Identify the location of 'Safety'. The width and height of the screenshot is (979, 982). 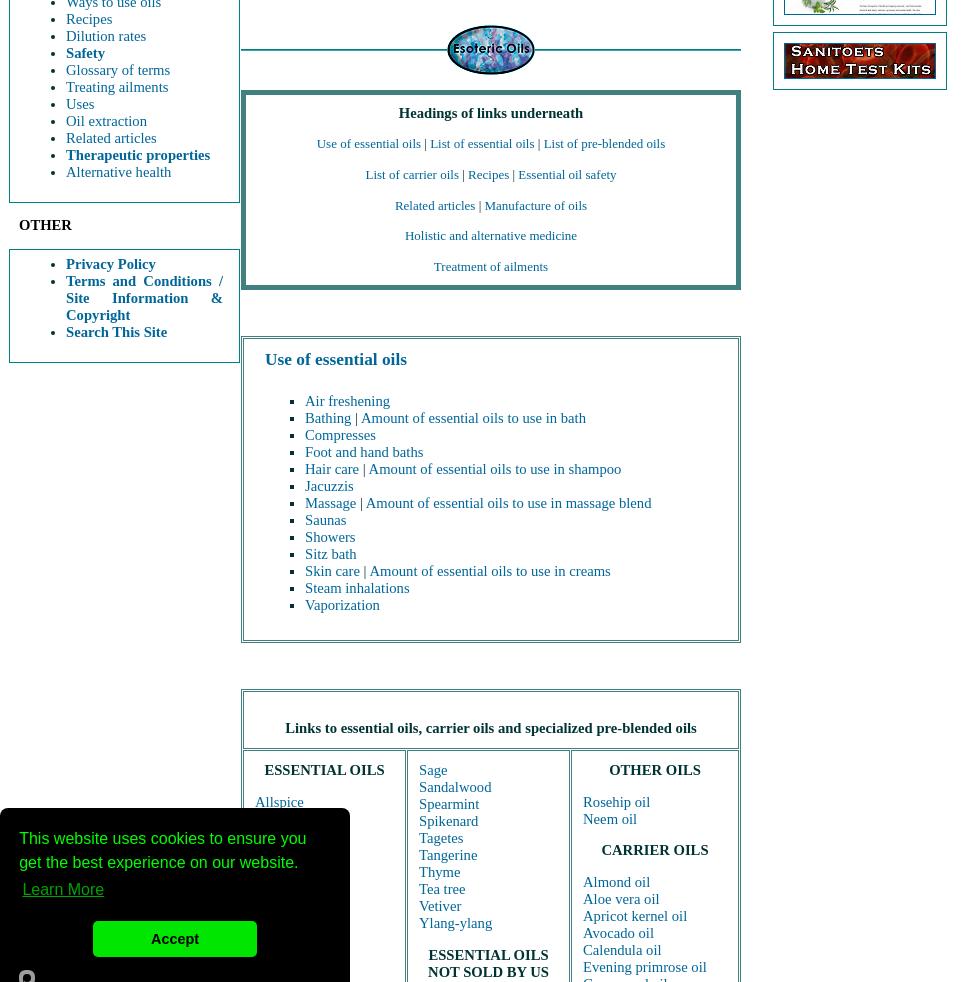
(85, 51).